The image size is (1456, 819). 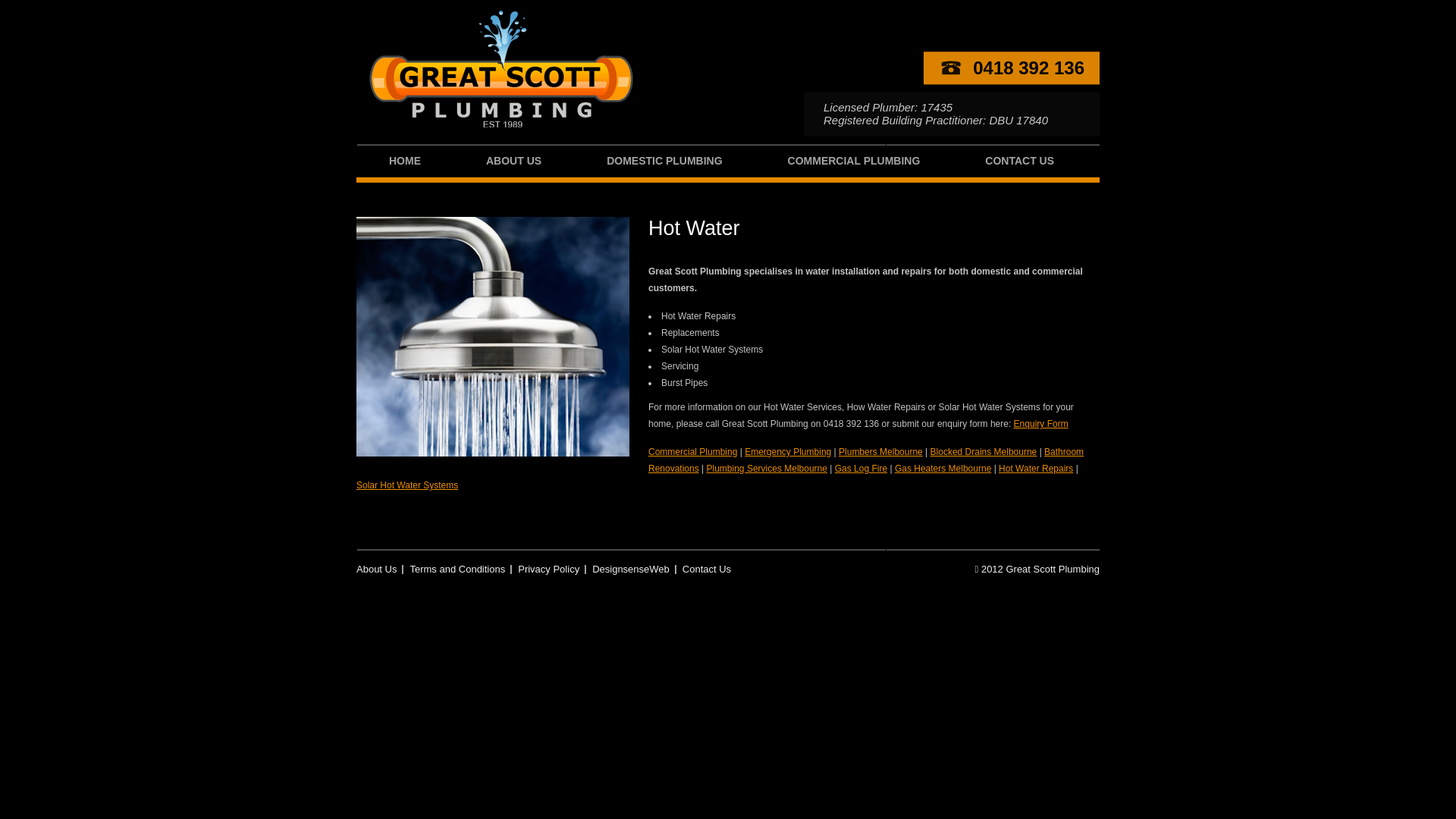 What do you see at coordinates (787, 451) in the screenshot?
I see `'Emergency Plumbing'` at bounding box center [787, 451].